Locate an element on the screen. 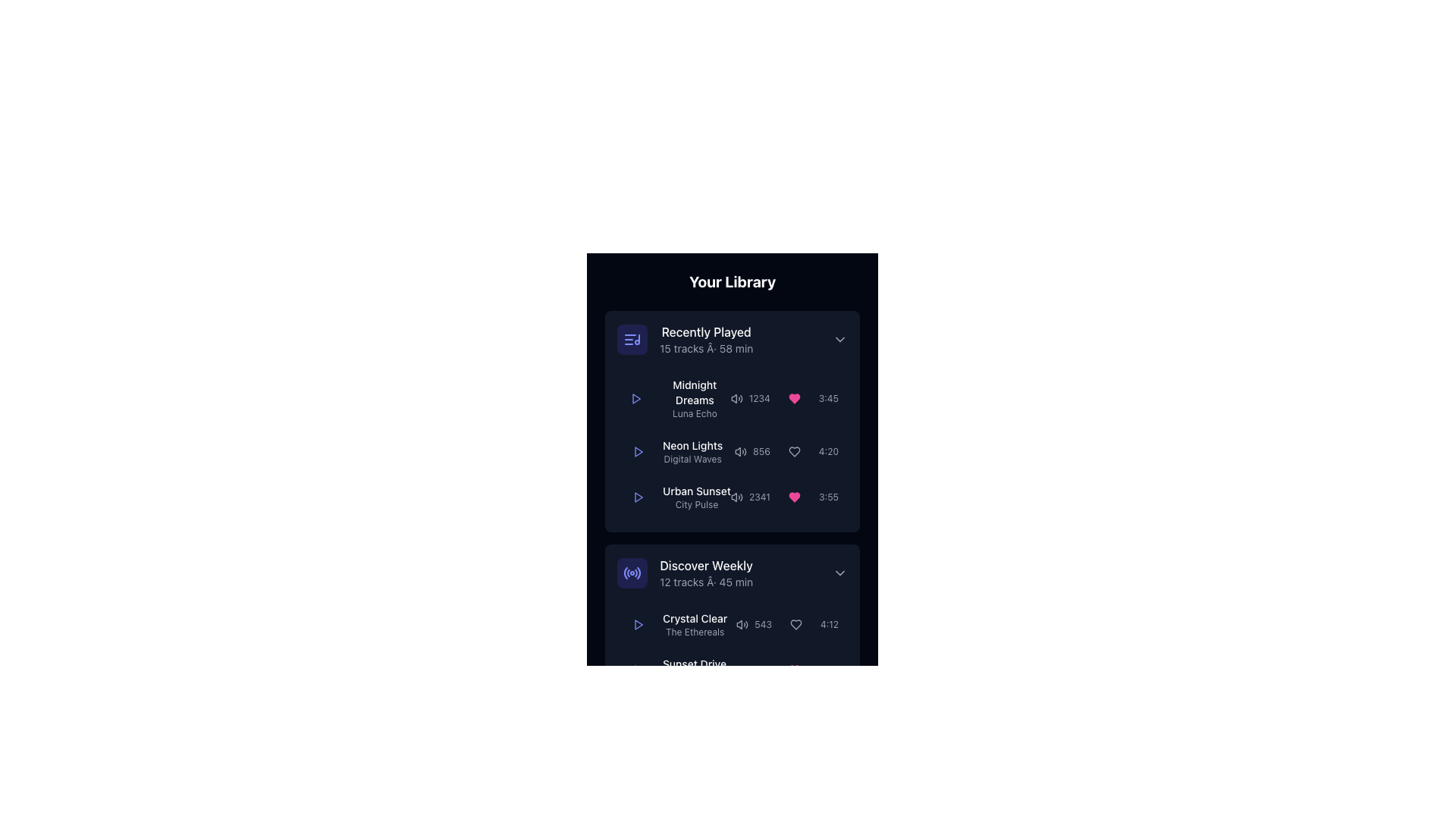 Image resolution: width=1456 pixels, height=819 pixels. text content element displaying 'Neon Lights' and 'Digital Waves' in the 'Recently Played' section, specifically the second entry in the list is located at coordinates (692, 451).